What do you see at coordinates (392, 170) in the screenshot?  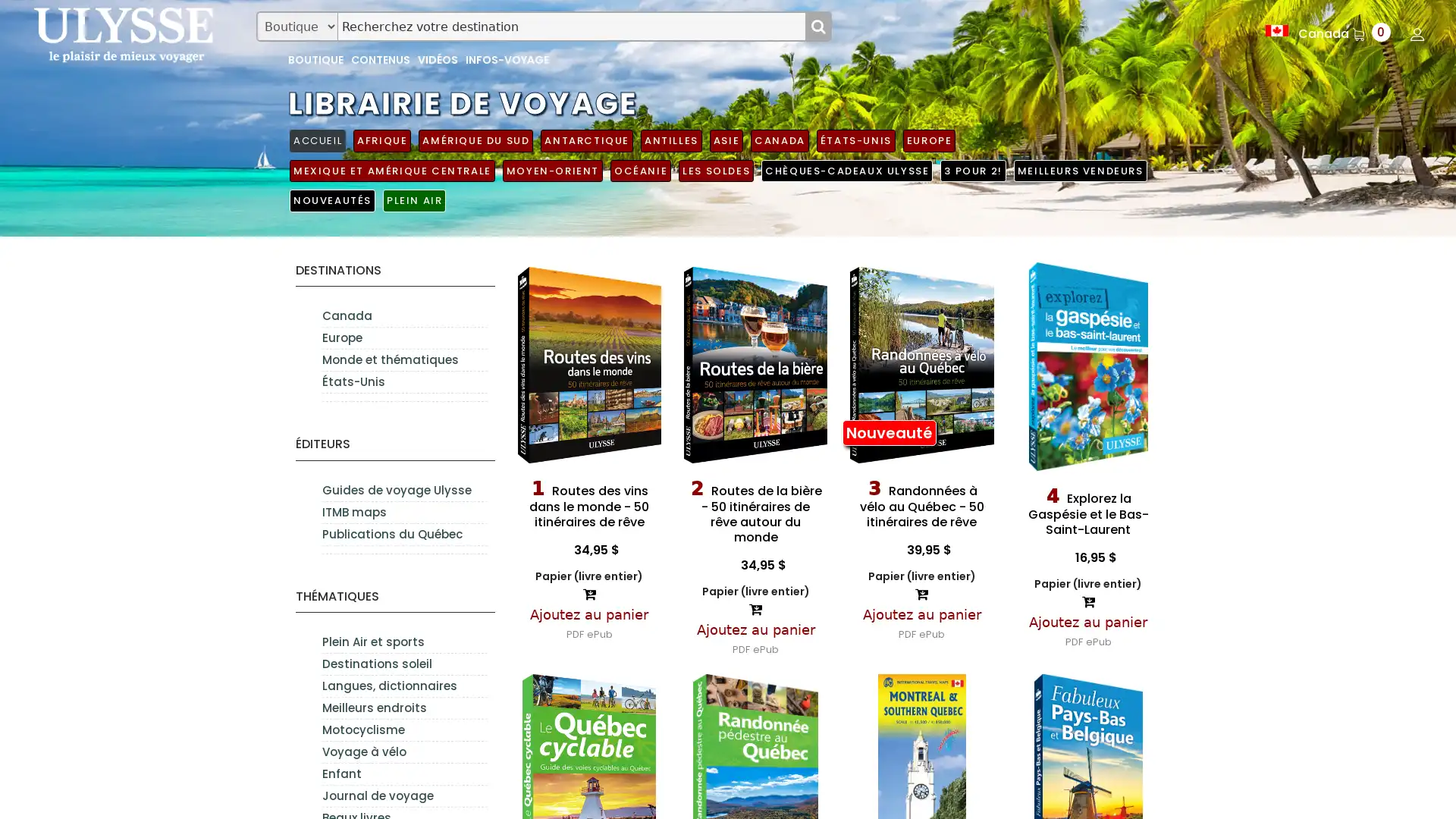 I see `MEXIQUE ET AMERIQUE CENTRALE` at bounding box center [392, 170].